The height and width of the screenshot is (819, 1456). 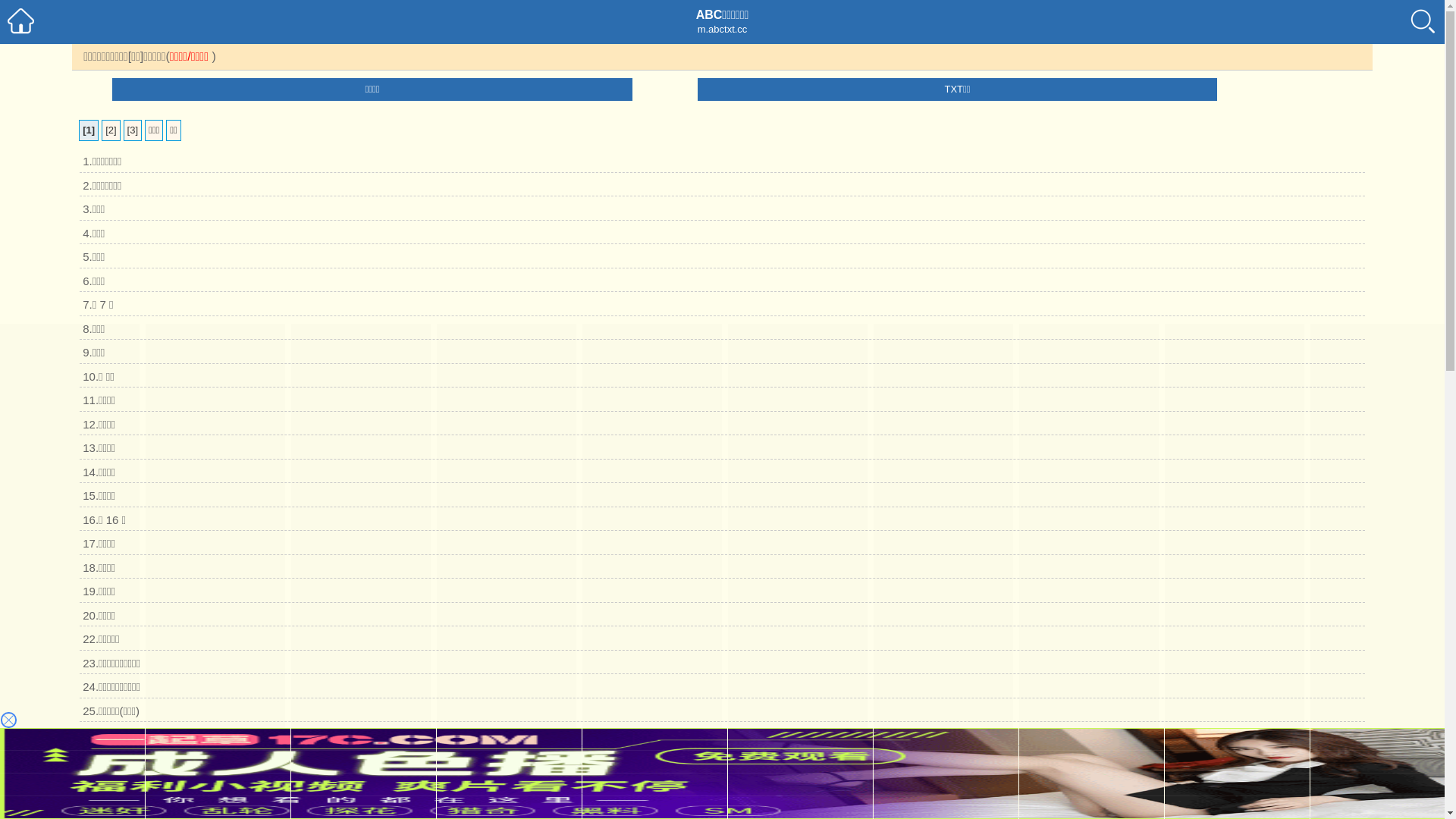 What do you see at coordinates (109, 130) in the screenshot?
I see `'[2]'` at bounding box center [109, 130].